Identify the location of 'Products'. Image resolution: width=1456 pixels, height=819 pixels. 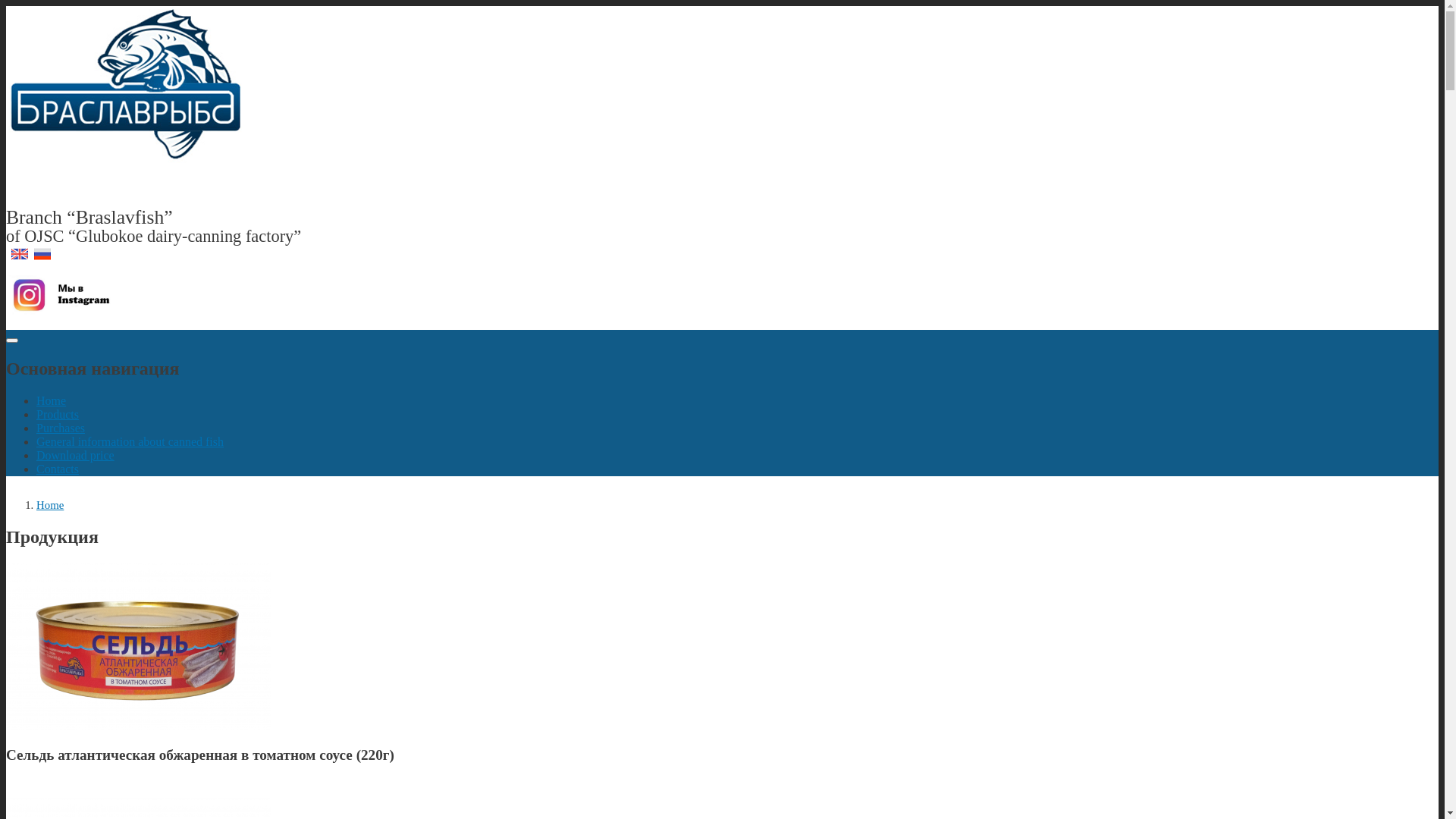
(58, 414).